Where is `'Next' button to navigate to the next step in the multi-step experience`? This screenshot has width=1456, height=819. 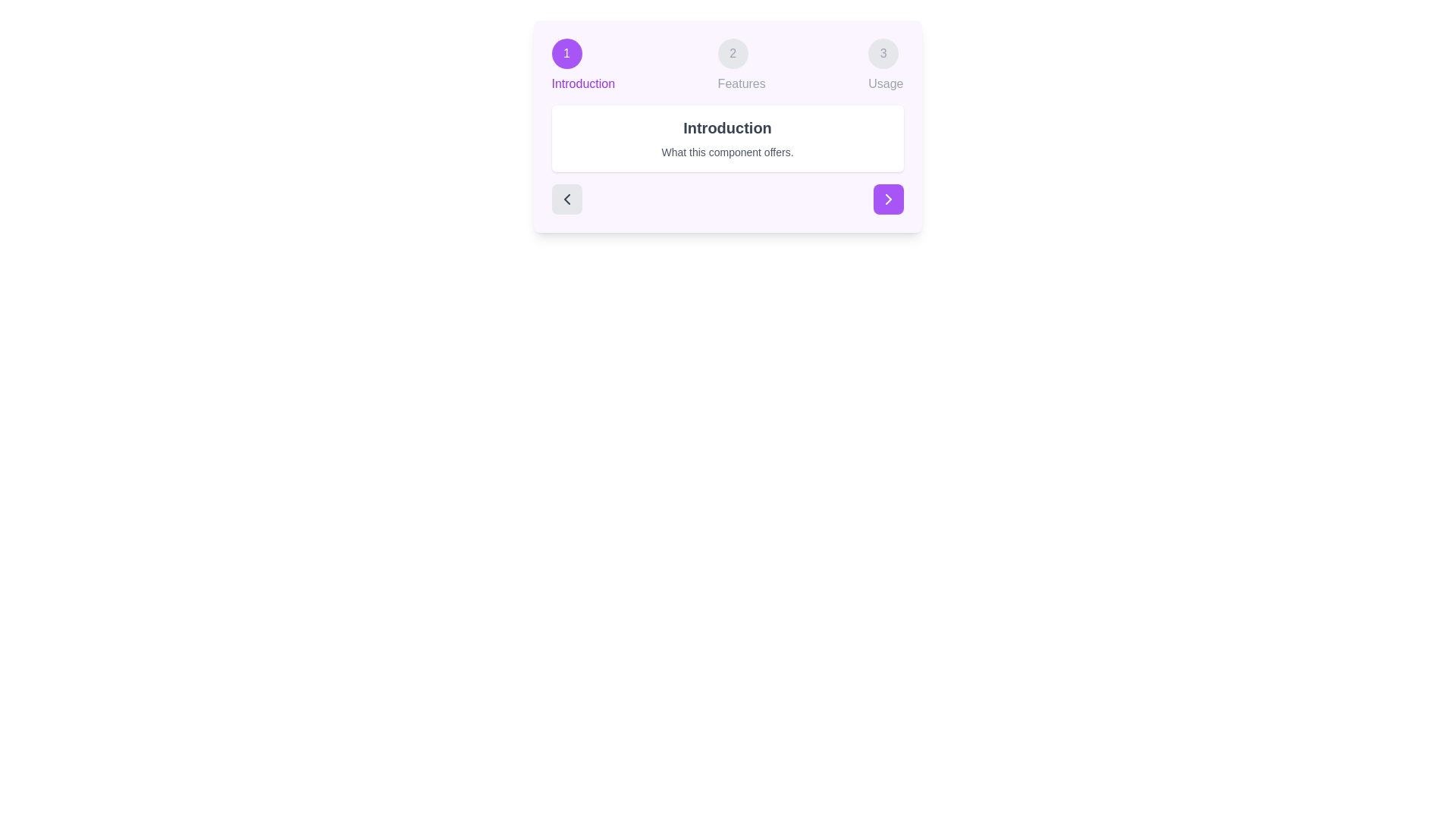 'Next' button to navigate to the next step in the multi-step experience is located at coordinates (888, 198).